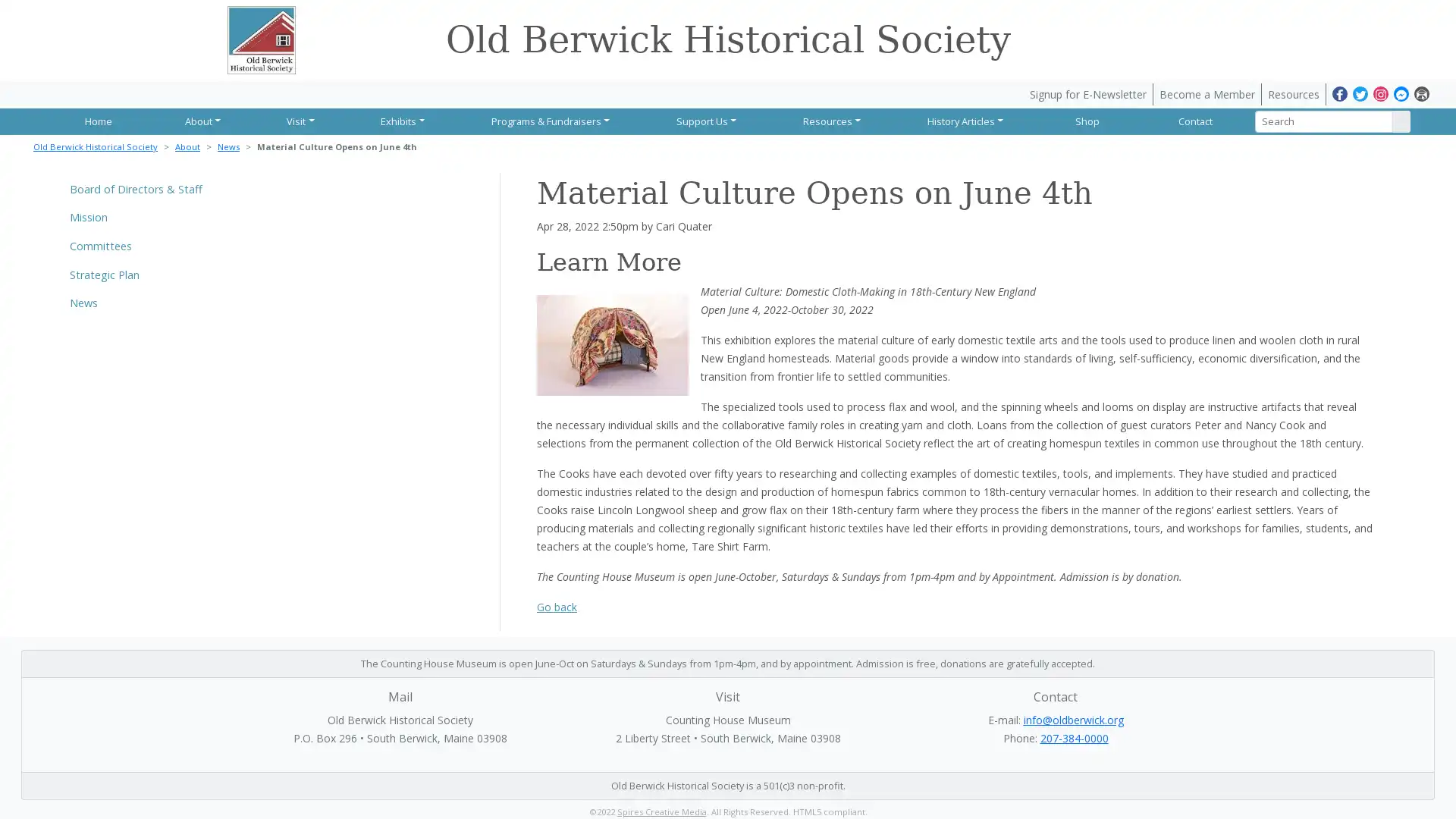  What do you see at coordinates (827, 120) in the screenshot?
I see `Resources` at bounding box center [827, 120].